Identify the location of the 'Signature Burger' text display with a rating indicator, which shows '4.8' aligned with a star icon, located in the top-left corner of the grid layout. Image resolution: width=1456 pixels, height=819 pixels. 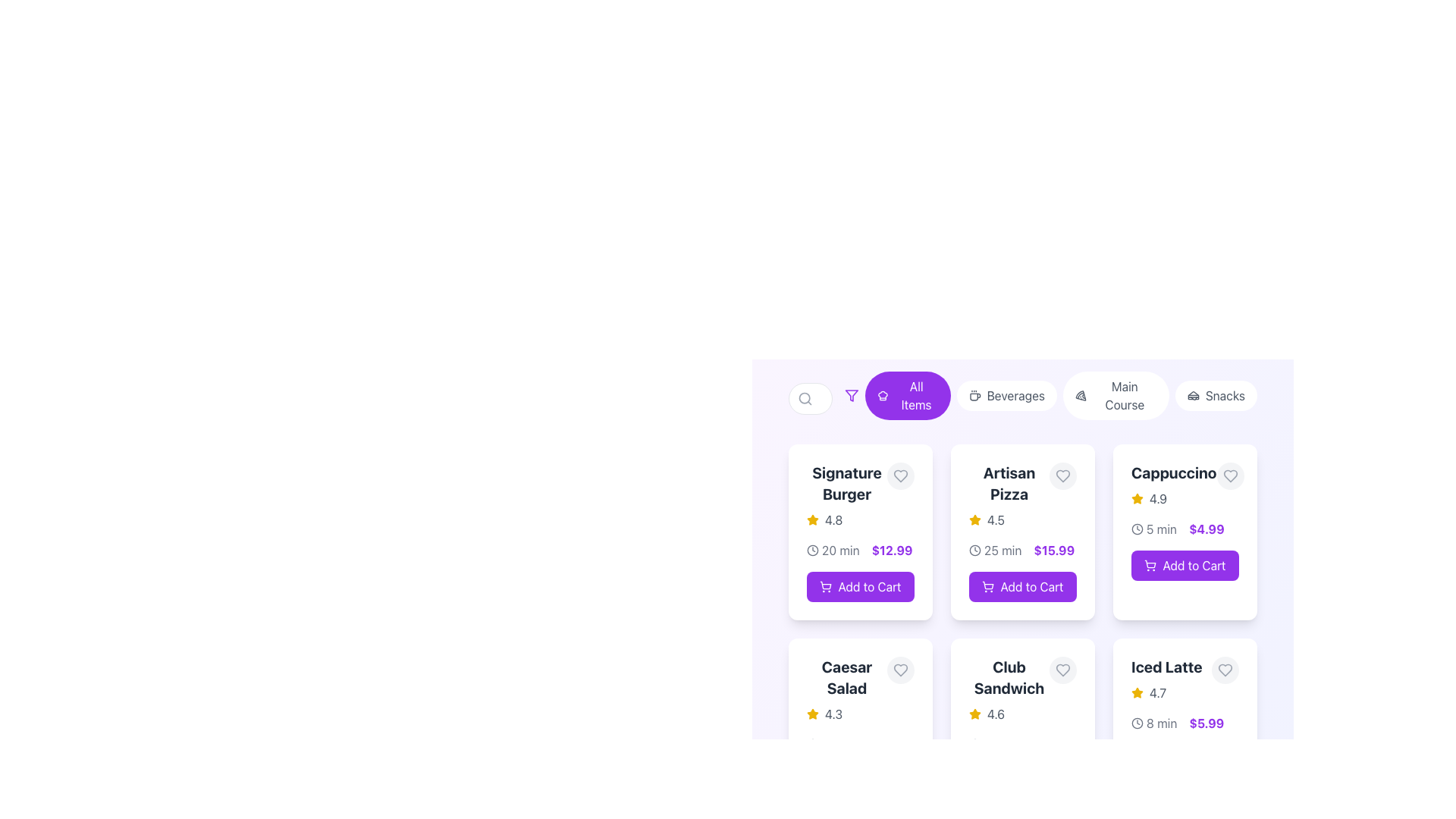
(846, 496).